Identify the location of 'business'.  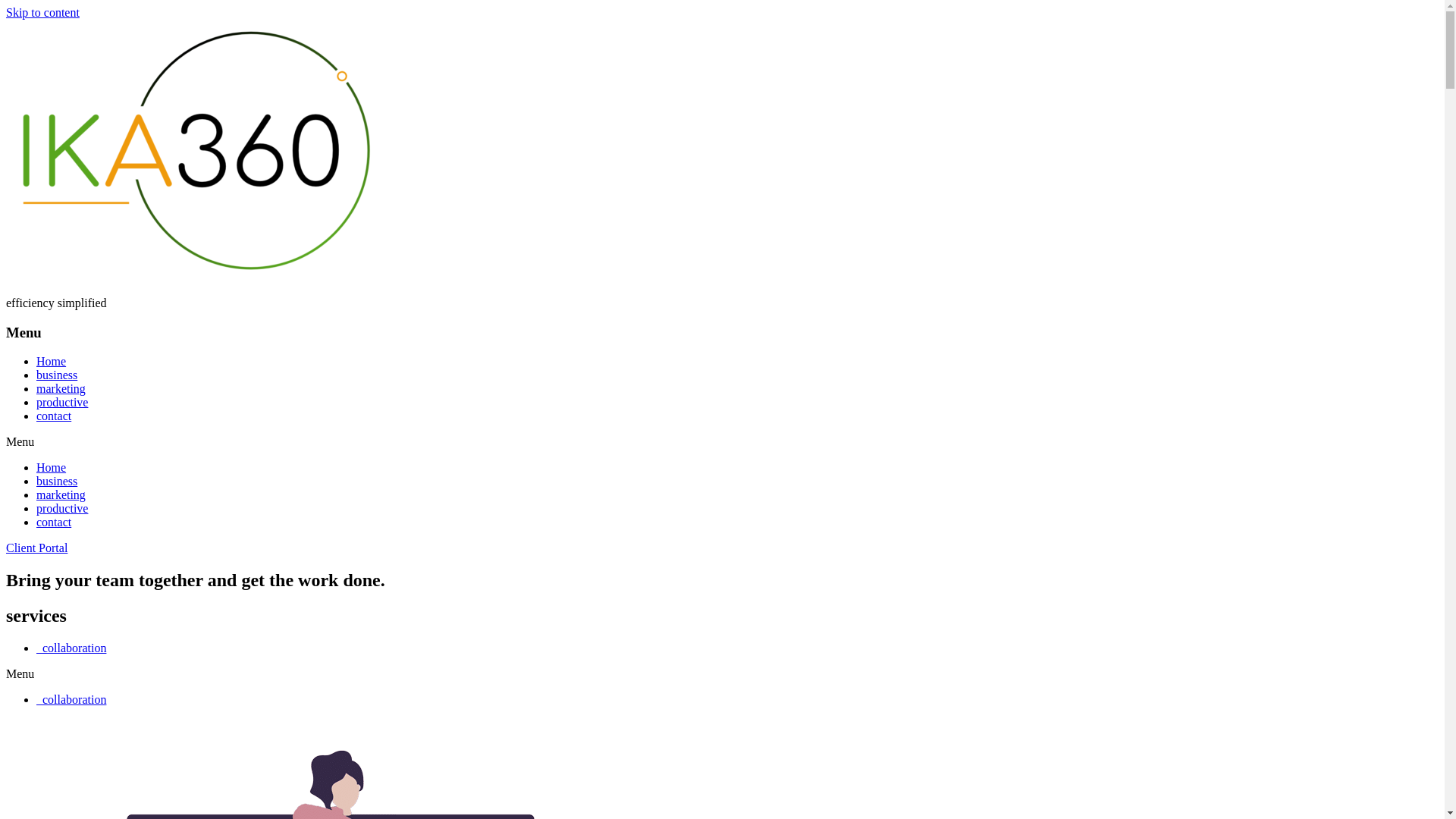
(36, 481).